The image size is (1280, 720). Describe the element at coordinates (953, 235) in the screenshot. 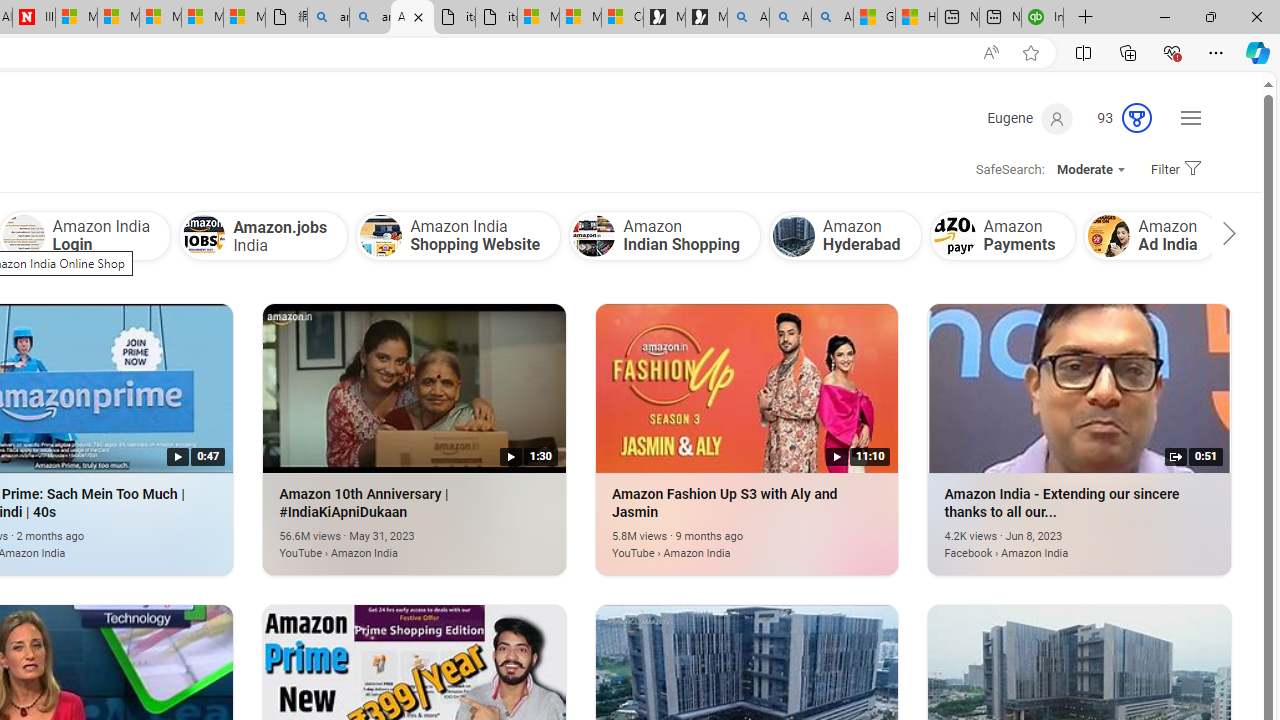

I see `'Amazon Payments'` at that location.